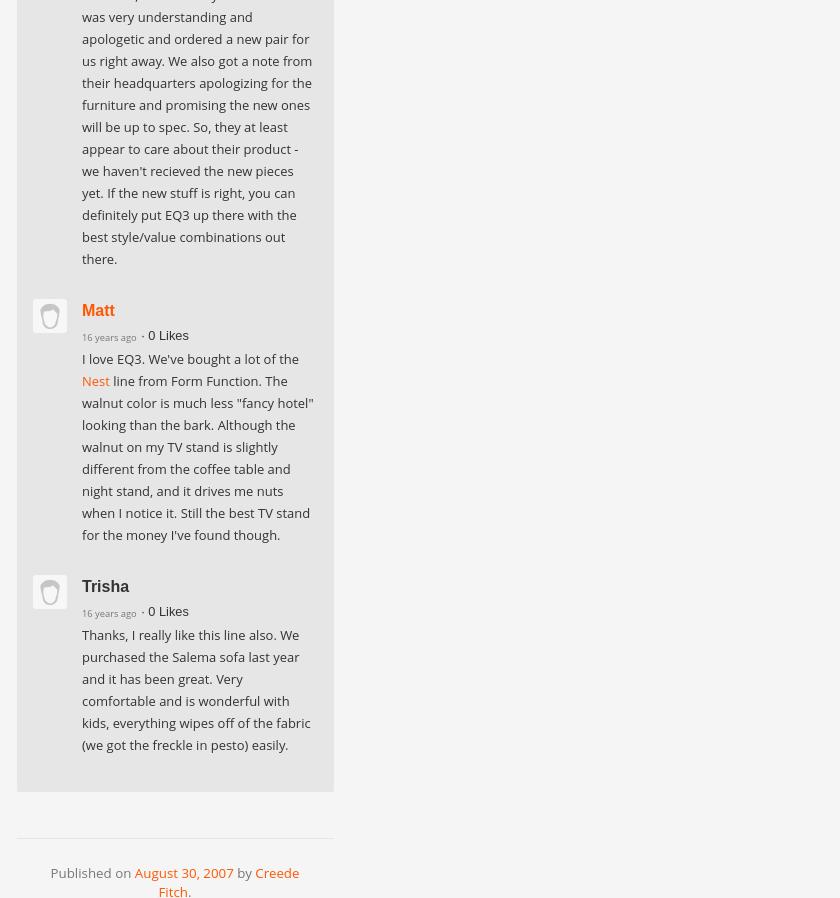 The image size is (840, 898). Describe the element at coordinates (95, 381) in the screenshot. I see `'Nest'` at that location.